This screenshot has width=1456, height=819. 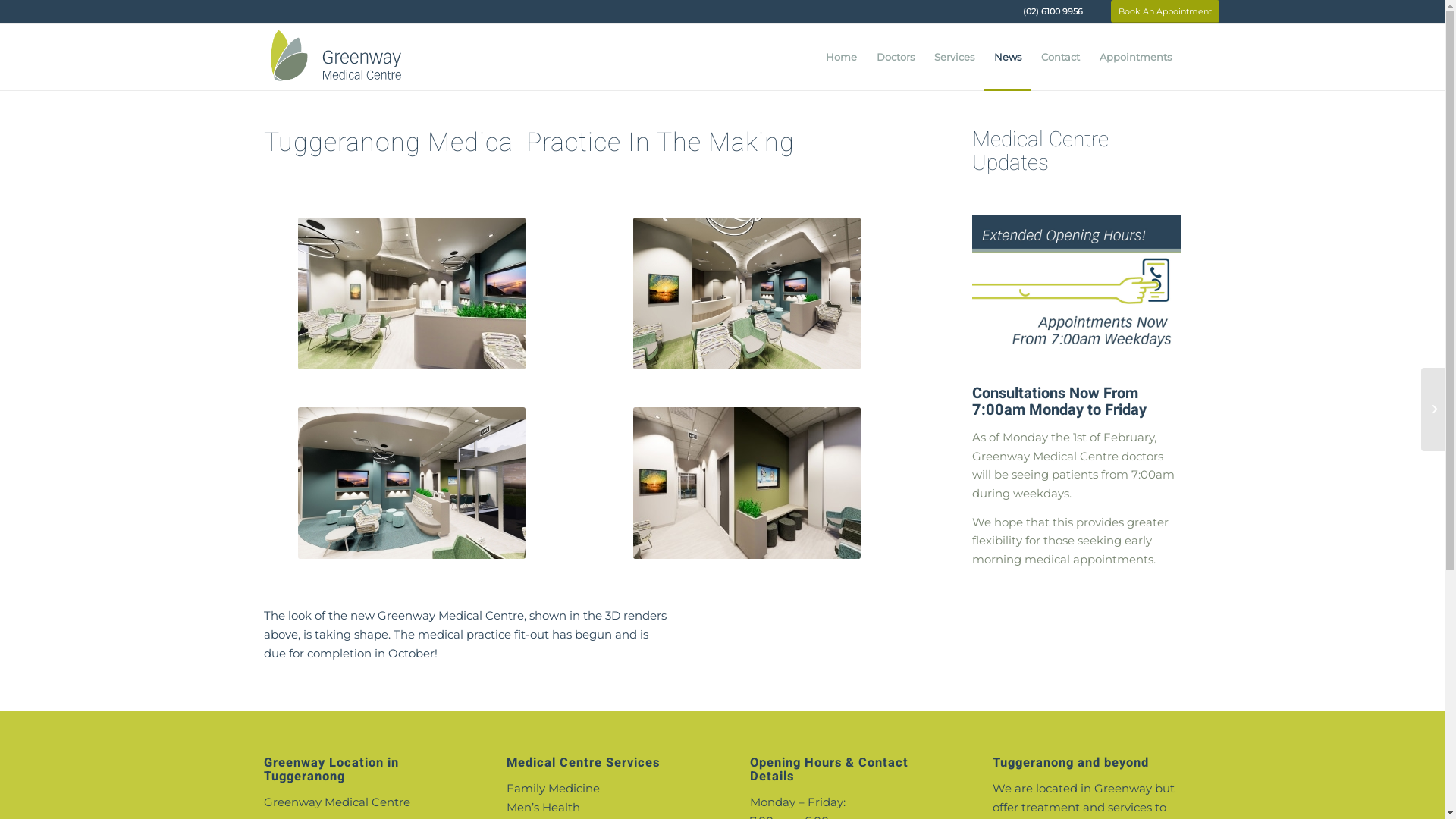 What do you see at coordinates (1134, 55) in the screenshot?
I see `'Appointments'` at bounding box center [1134, 55].